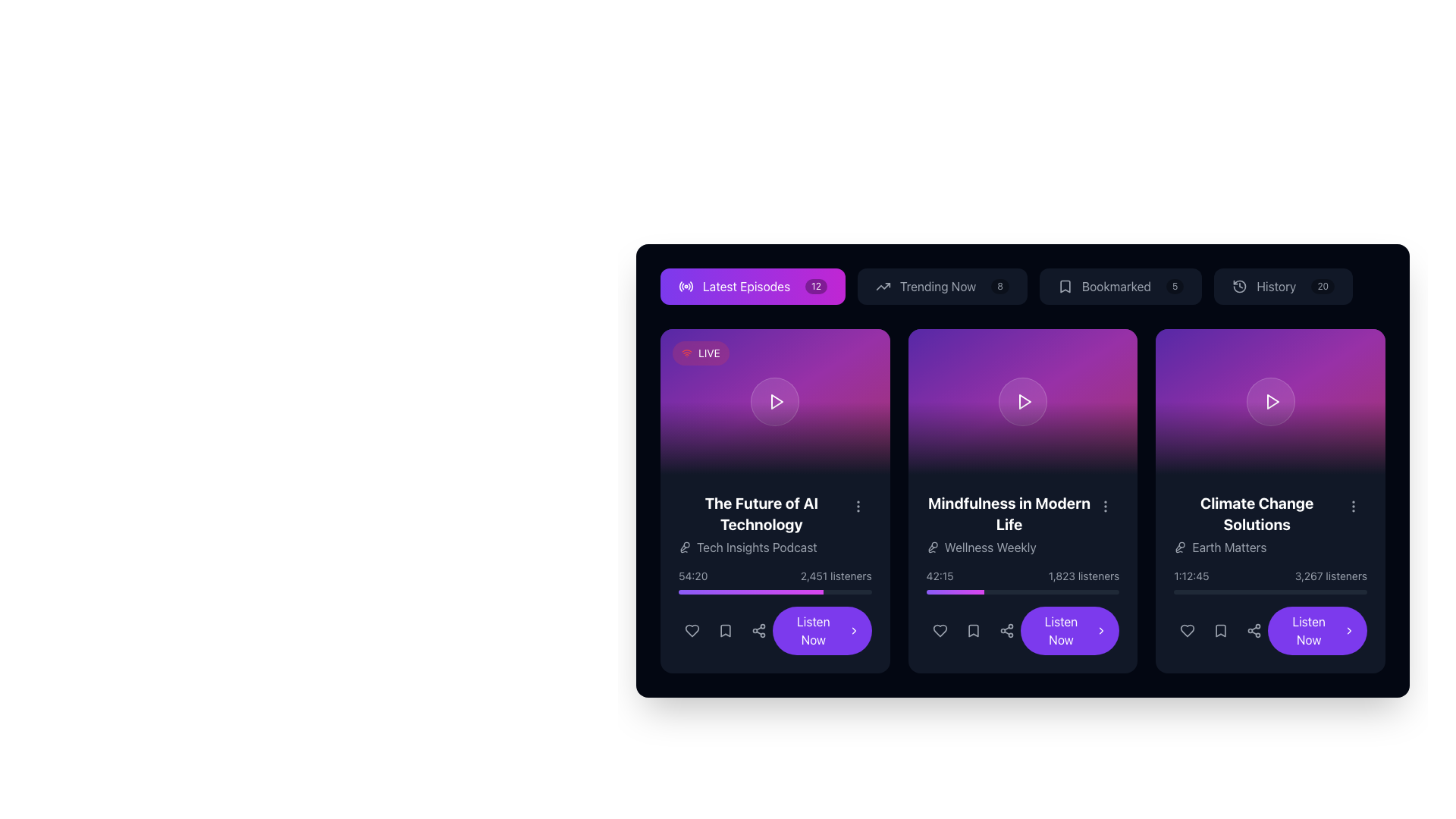 This screenshot has height=819, width=1456. I want to click on the 'Listen Now' button with a purple background and white text, located at the bottom of the third podcast card titled 'Climate Change Solutions', so click(1069, 631).